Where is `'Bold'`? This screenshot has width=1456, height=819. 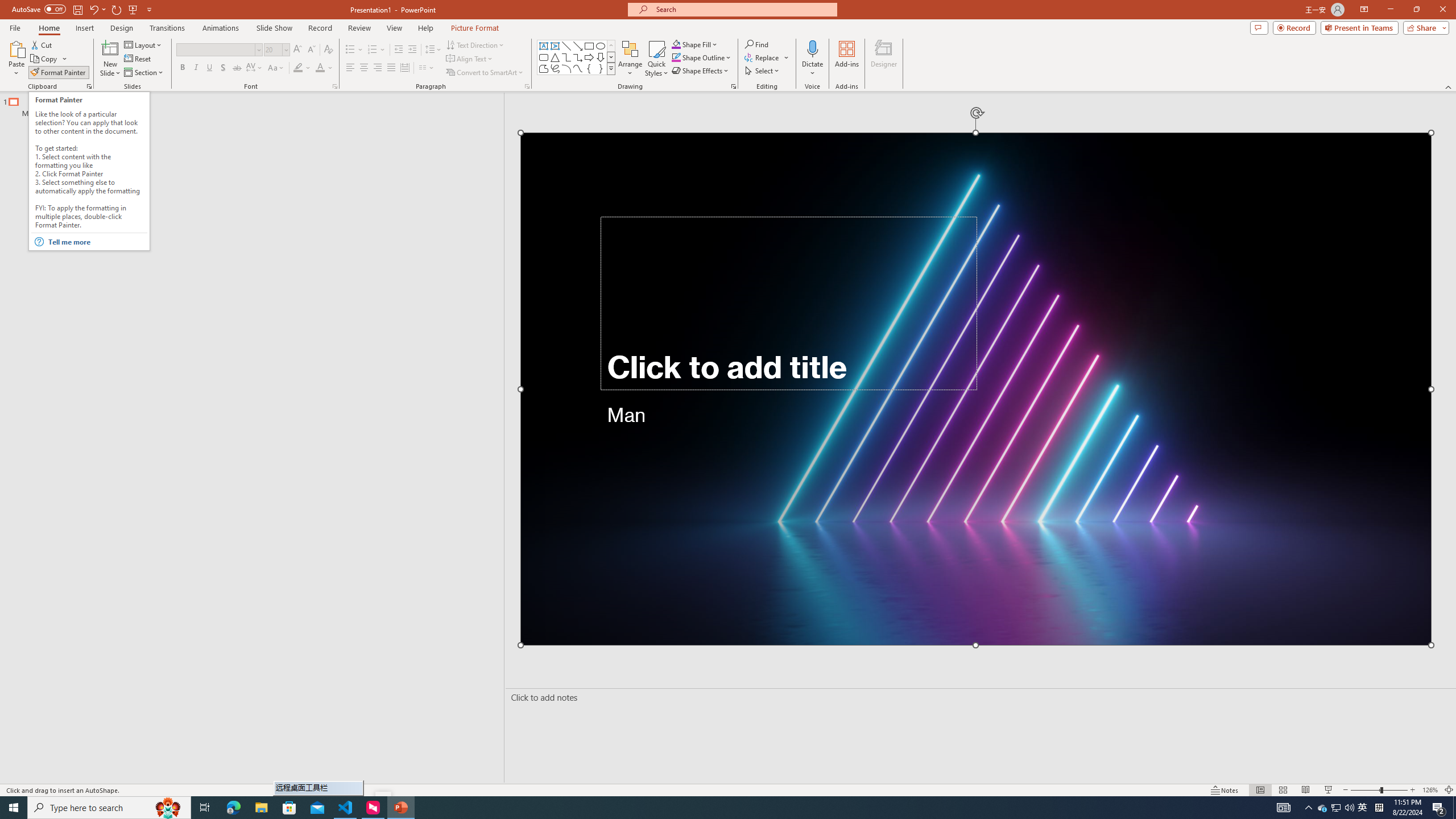
'Bold' is located at coordinates (183, 67).